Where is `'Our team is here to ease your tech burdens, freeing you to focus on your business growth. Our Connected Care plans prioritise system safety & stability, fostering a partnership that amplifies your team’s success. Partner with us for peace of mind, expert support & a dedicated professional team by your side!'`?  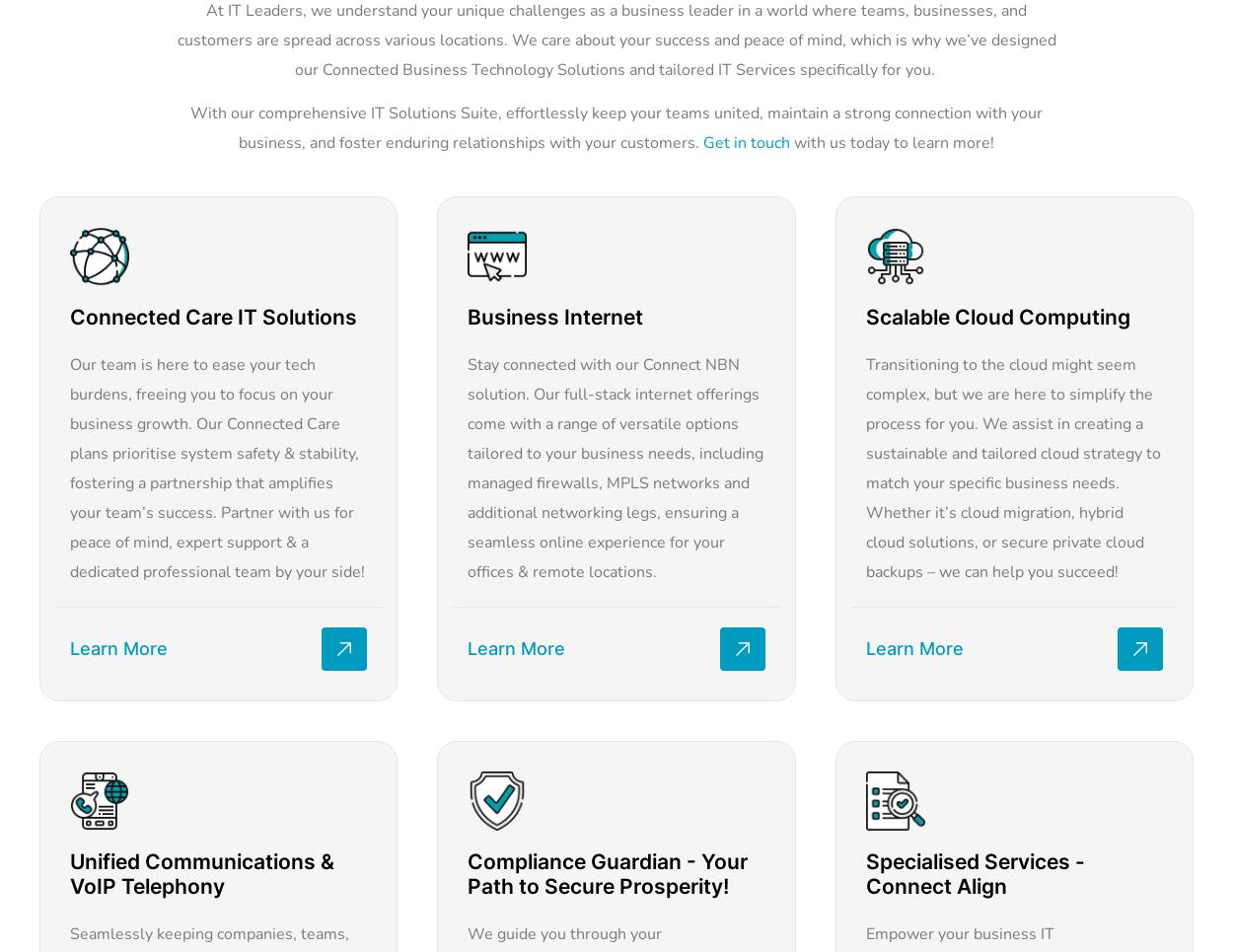 'Our team is here to ease your tech burdens, freeing you to focus on your business growth. Our Connected Care plans prioritise system safety & stability, fostering a partnership that amplifies your team’s success. Partner with us for peace of mind, expert support & a dedicated professional team by your side!' is located at coordinates (216, 467).